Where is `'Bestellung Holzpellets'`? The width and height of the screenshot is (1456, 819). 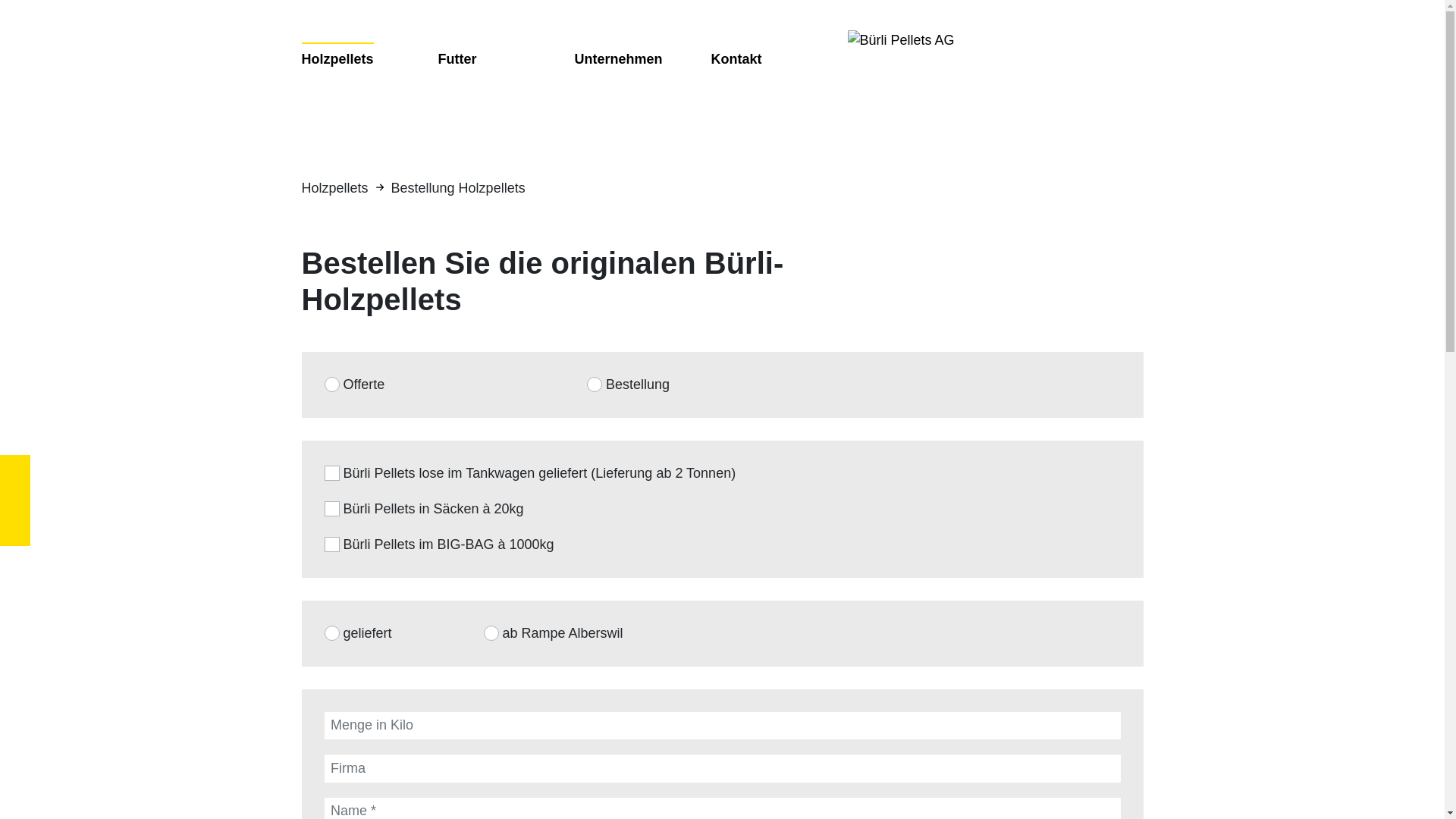
'Bestellung Holzpellets' is located at coordinates (457, 187).